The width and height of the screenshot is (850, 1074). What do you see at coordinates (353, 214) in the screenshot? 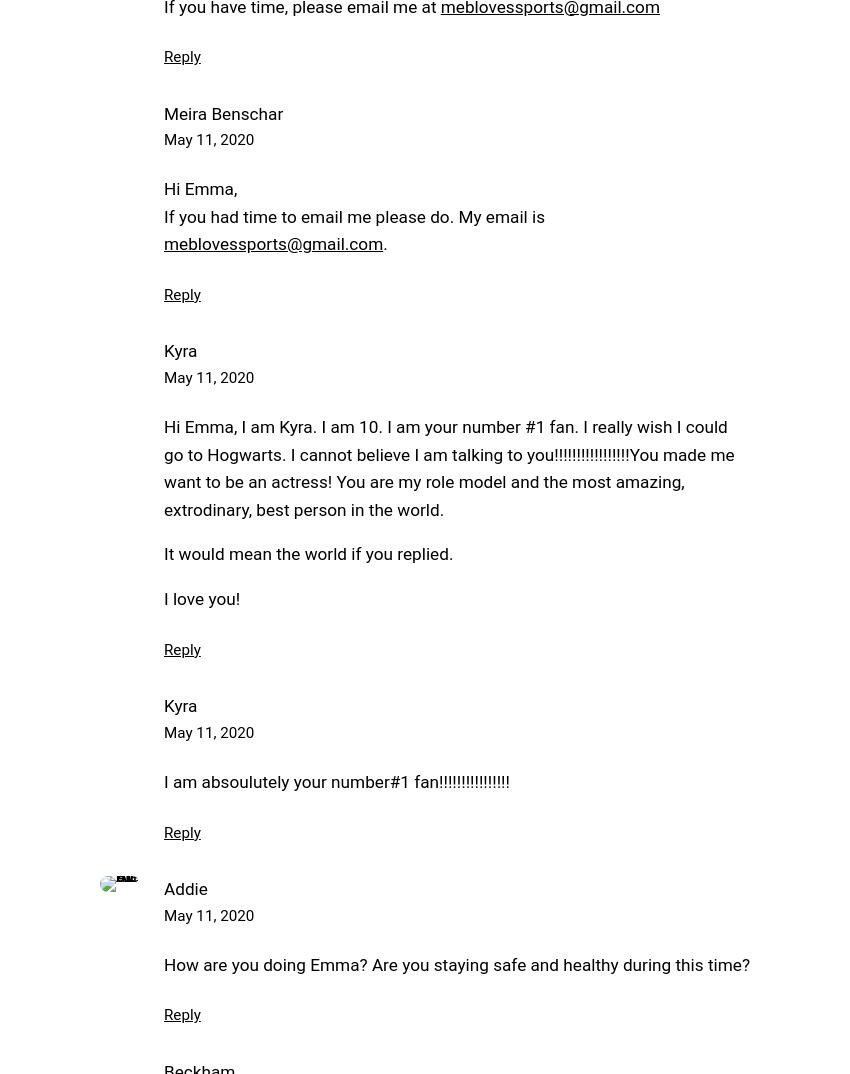
I see `'If you had time to email me please do. My email is'` at bounding box center [353, 214].